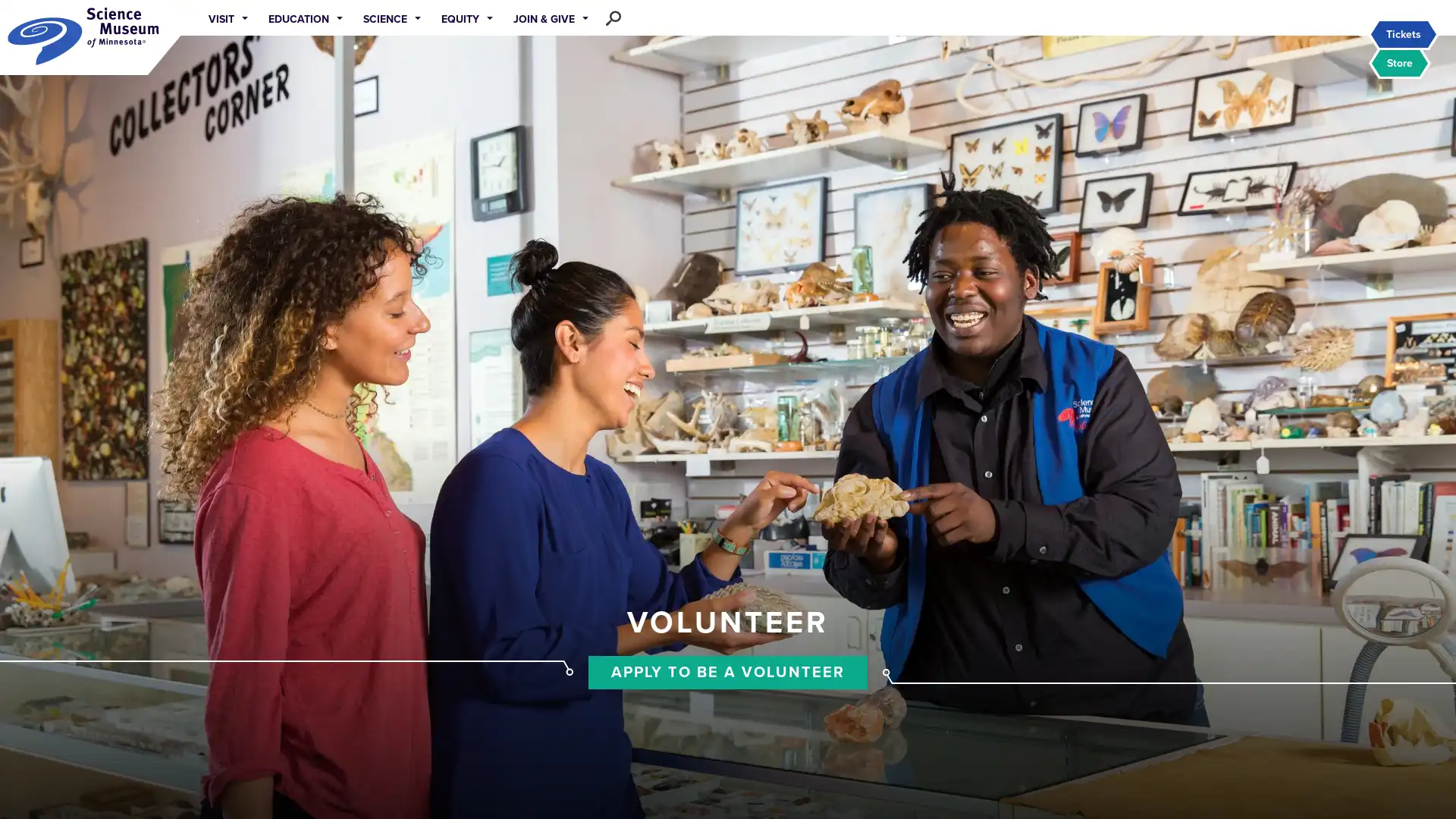 The width and height of the screenshot is (1456, 819). I want to click on Go, so click(657, 17).